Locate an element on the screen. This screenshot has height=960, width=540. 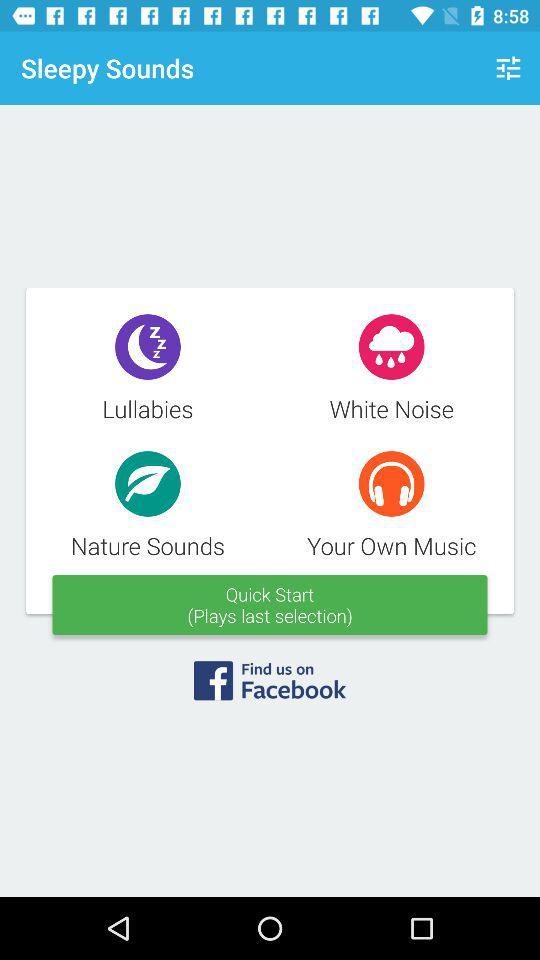
icon below the quick start plays item is located at coordinates (270, 687).